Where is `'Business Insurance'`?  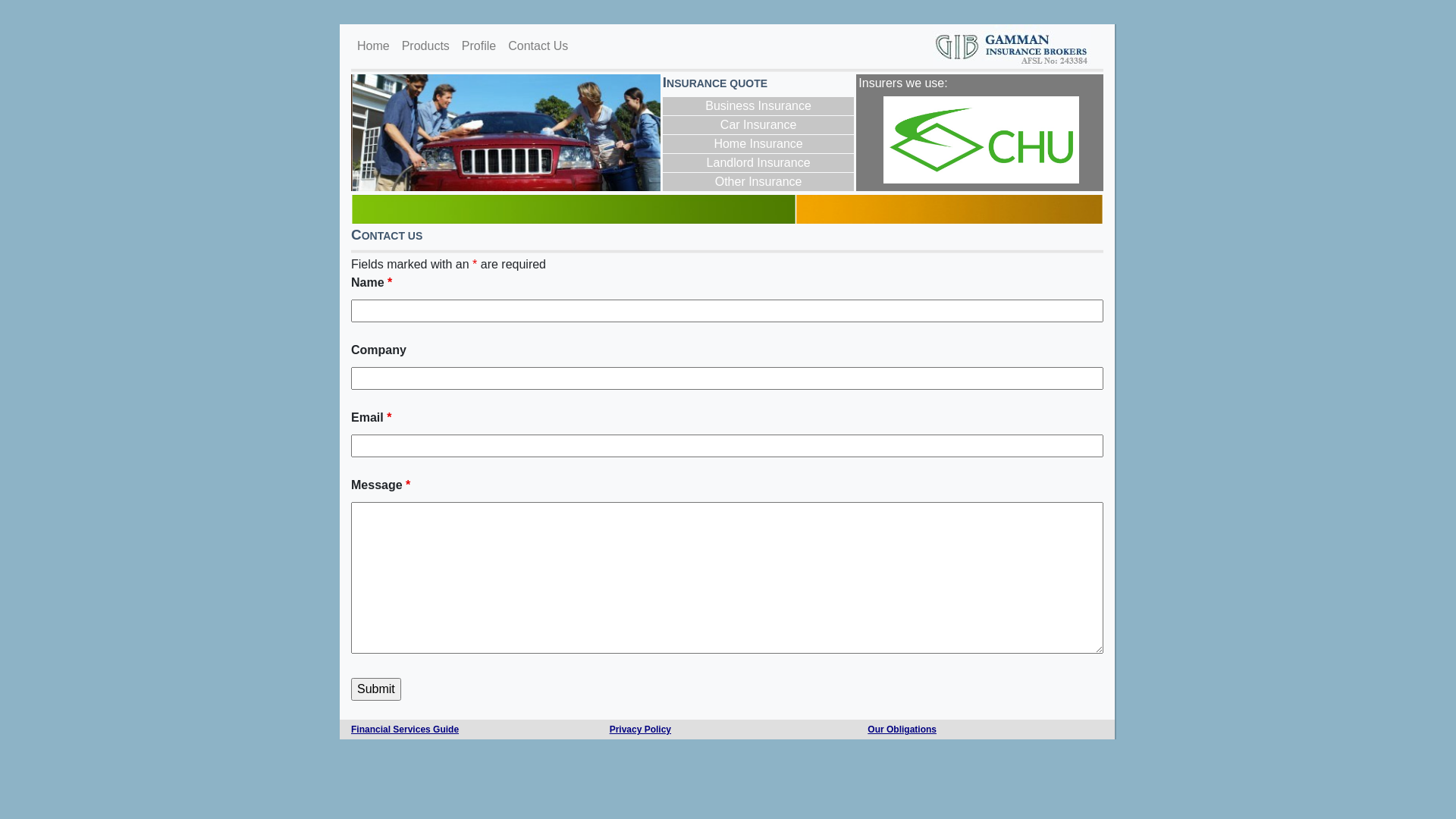
'Business Insurance' is located at coordinates (758, 105).